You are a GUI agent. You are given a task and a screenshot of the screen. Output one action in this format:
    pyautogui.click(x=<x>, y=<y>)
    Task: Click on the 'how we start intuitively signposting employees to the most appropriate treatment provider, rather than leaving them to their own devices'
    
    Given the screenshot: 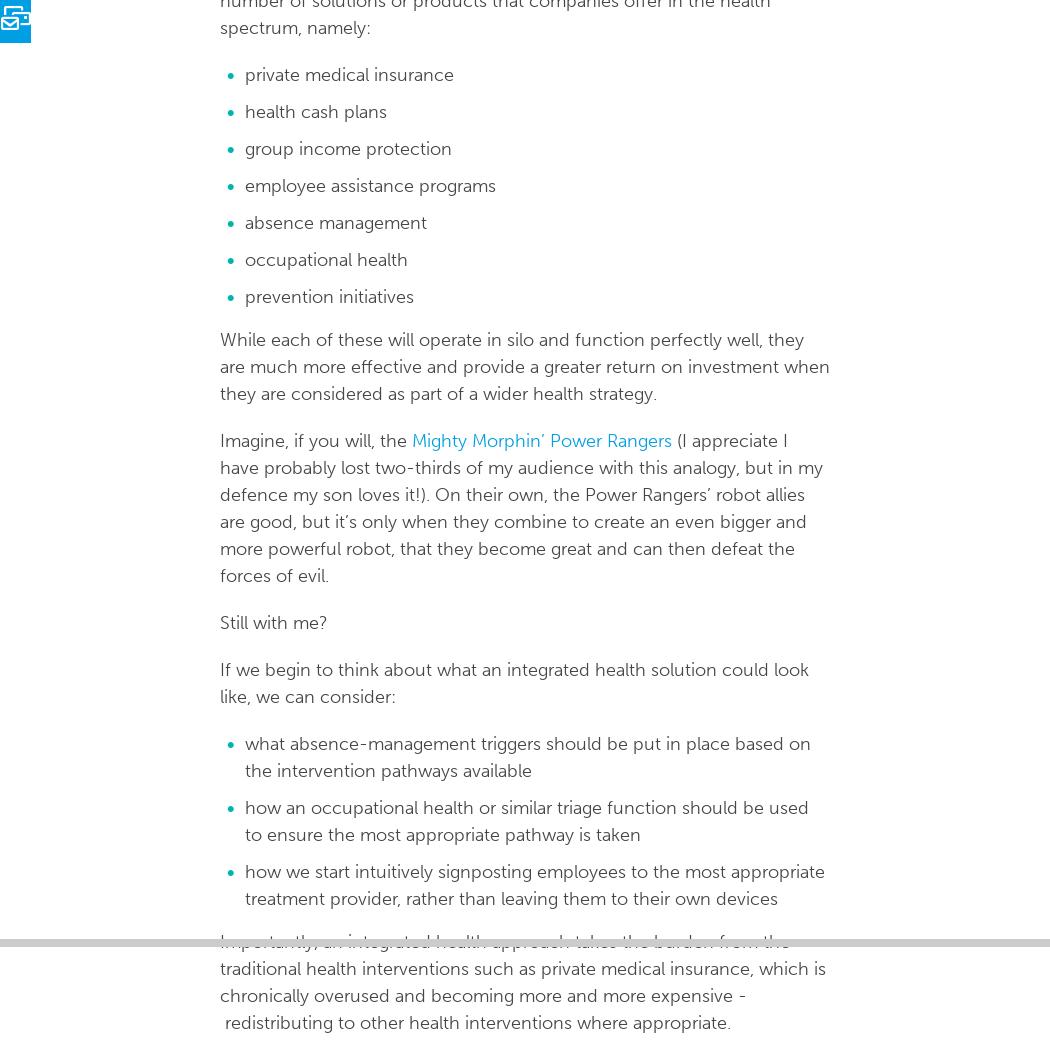 What is the action you would take?
    pyautogui.click(x=534, y=885)
    